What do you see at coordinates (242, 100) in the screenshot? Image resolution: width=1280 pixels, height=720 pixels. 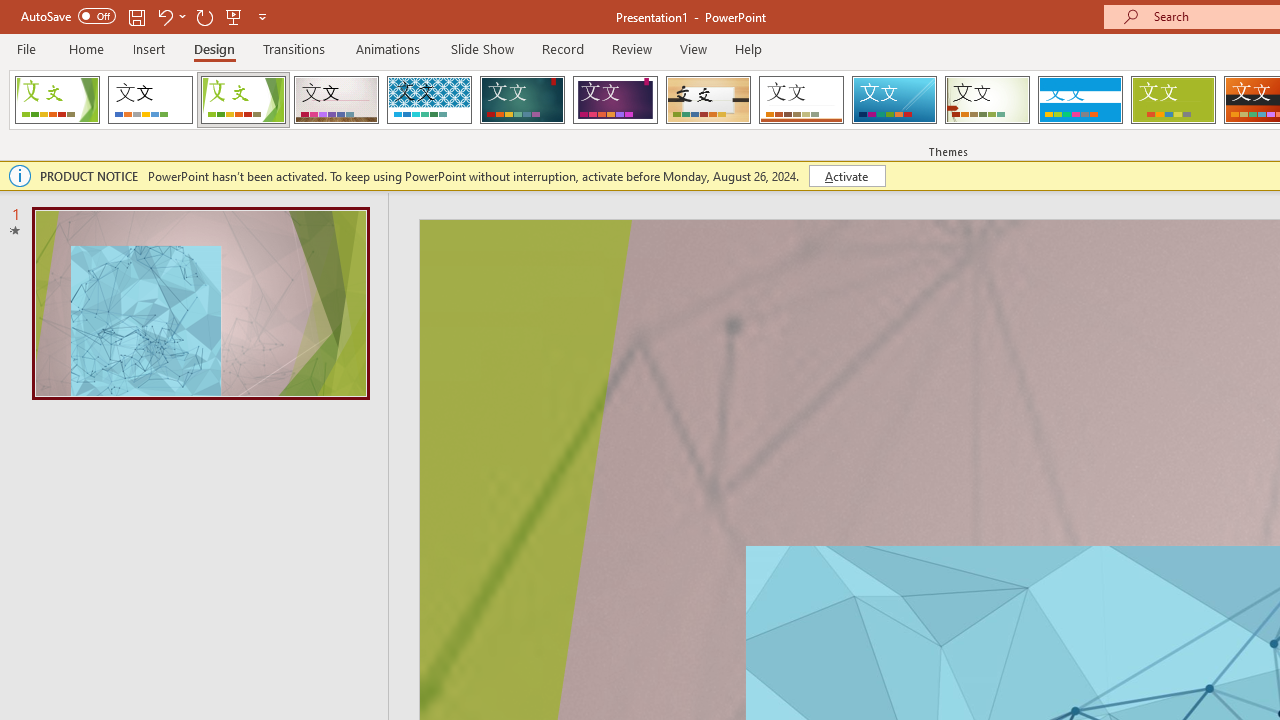 I see `'Facet'` at bounding box center [242, 100].